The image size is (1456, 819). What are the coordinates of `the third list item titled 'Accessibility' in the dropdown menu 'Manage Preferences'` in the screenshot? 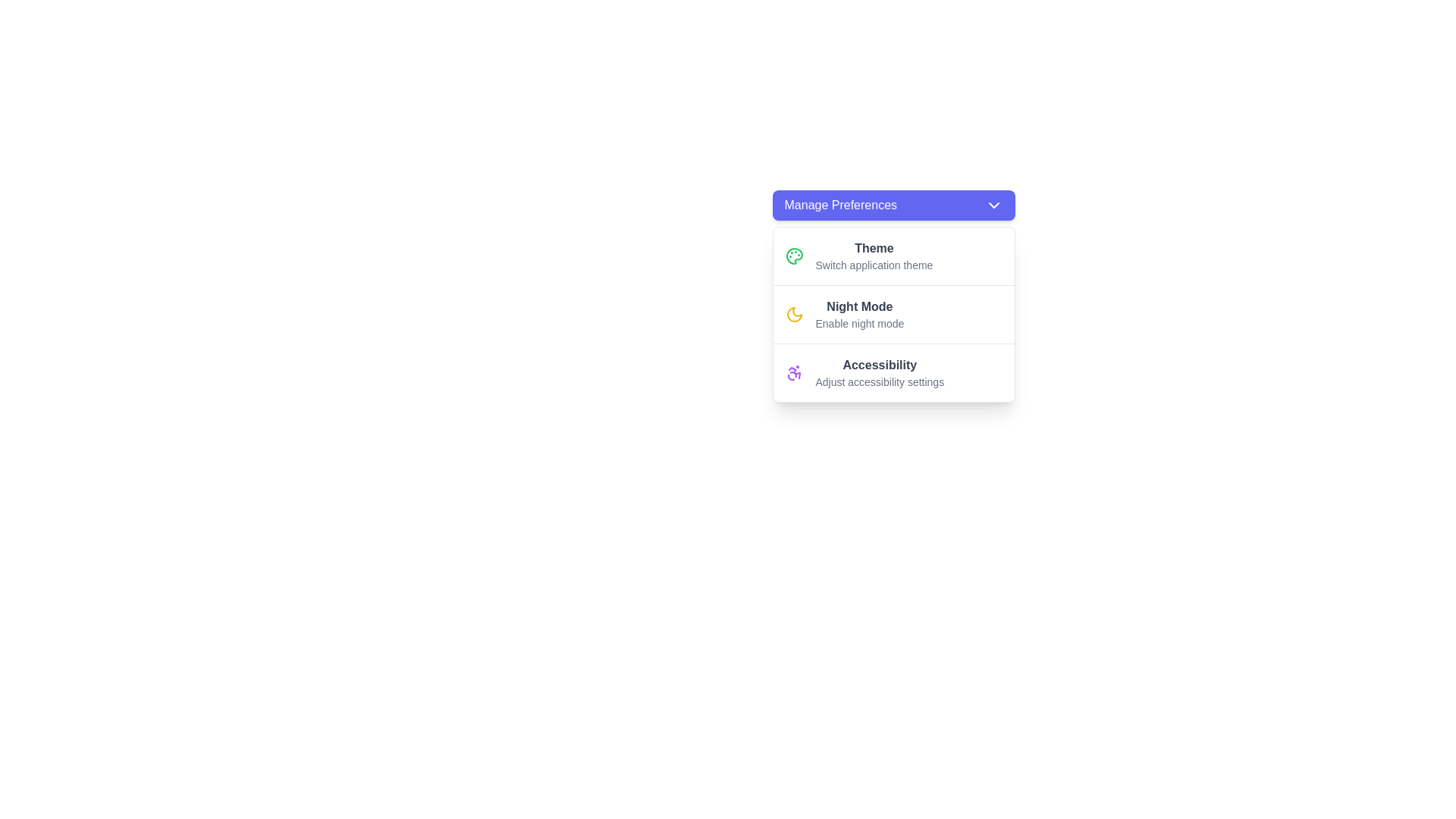 It's located at (880, 373).